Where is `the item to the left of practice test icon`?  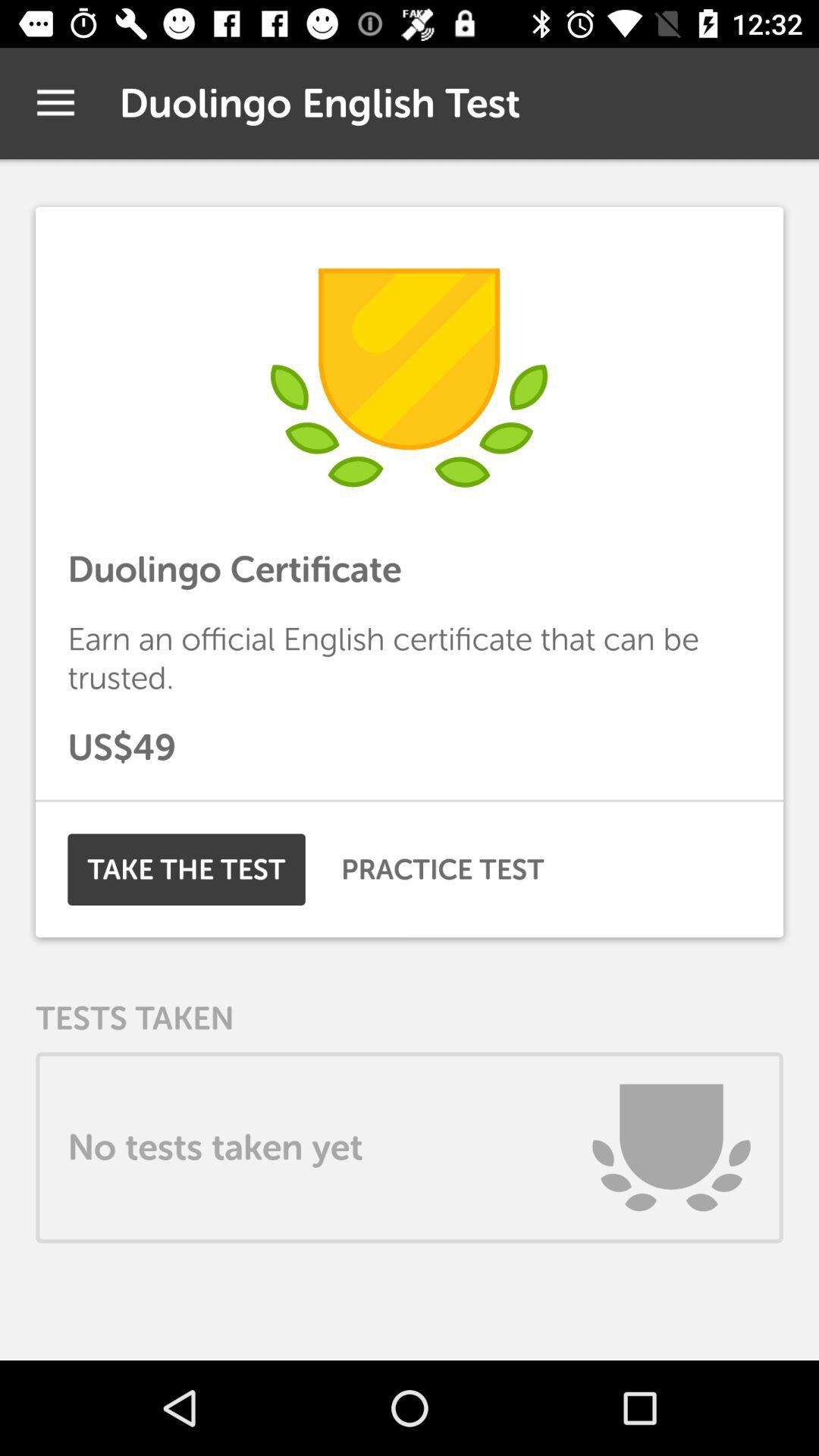 the item to the left of practice test icon is located at coordinates (186, 869).